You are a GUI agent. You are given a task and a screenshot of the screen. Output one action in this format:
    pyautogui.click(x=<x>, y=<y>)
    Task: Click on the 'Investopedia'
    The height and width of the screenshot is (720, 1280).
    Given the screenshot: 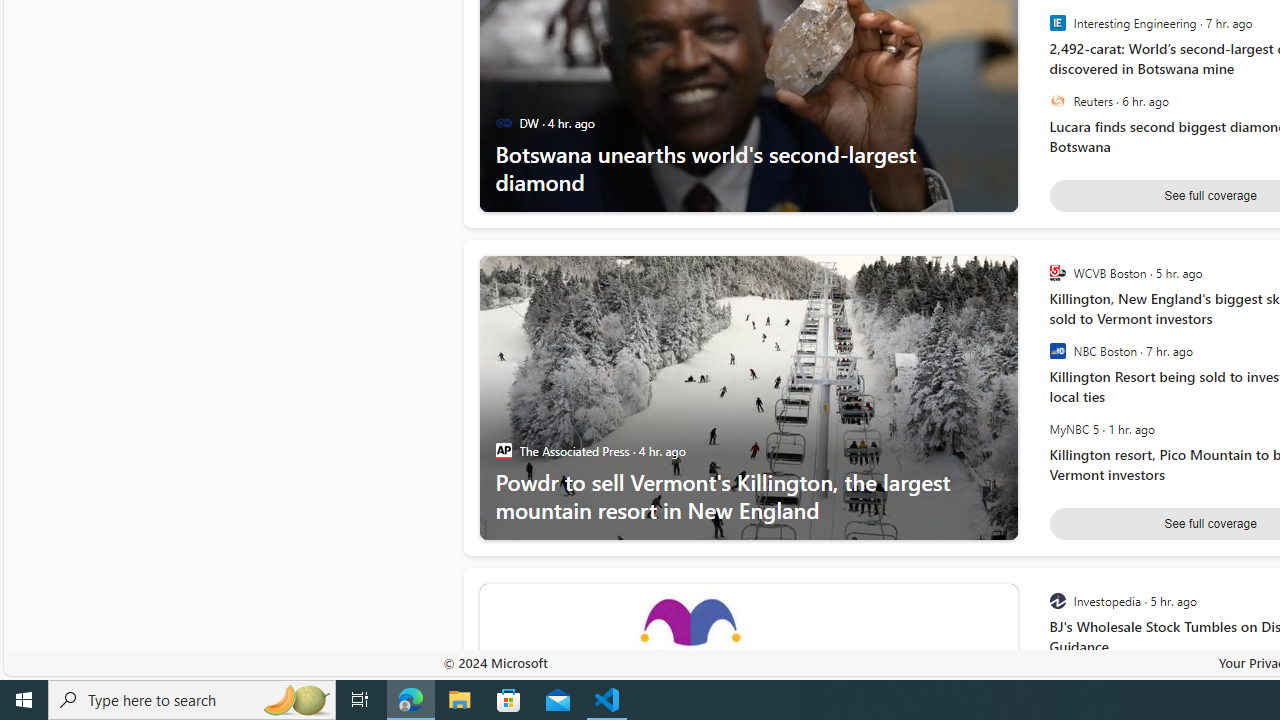 What is the action you would take?
    pyautogui.click(x=1056, y=600)
    